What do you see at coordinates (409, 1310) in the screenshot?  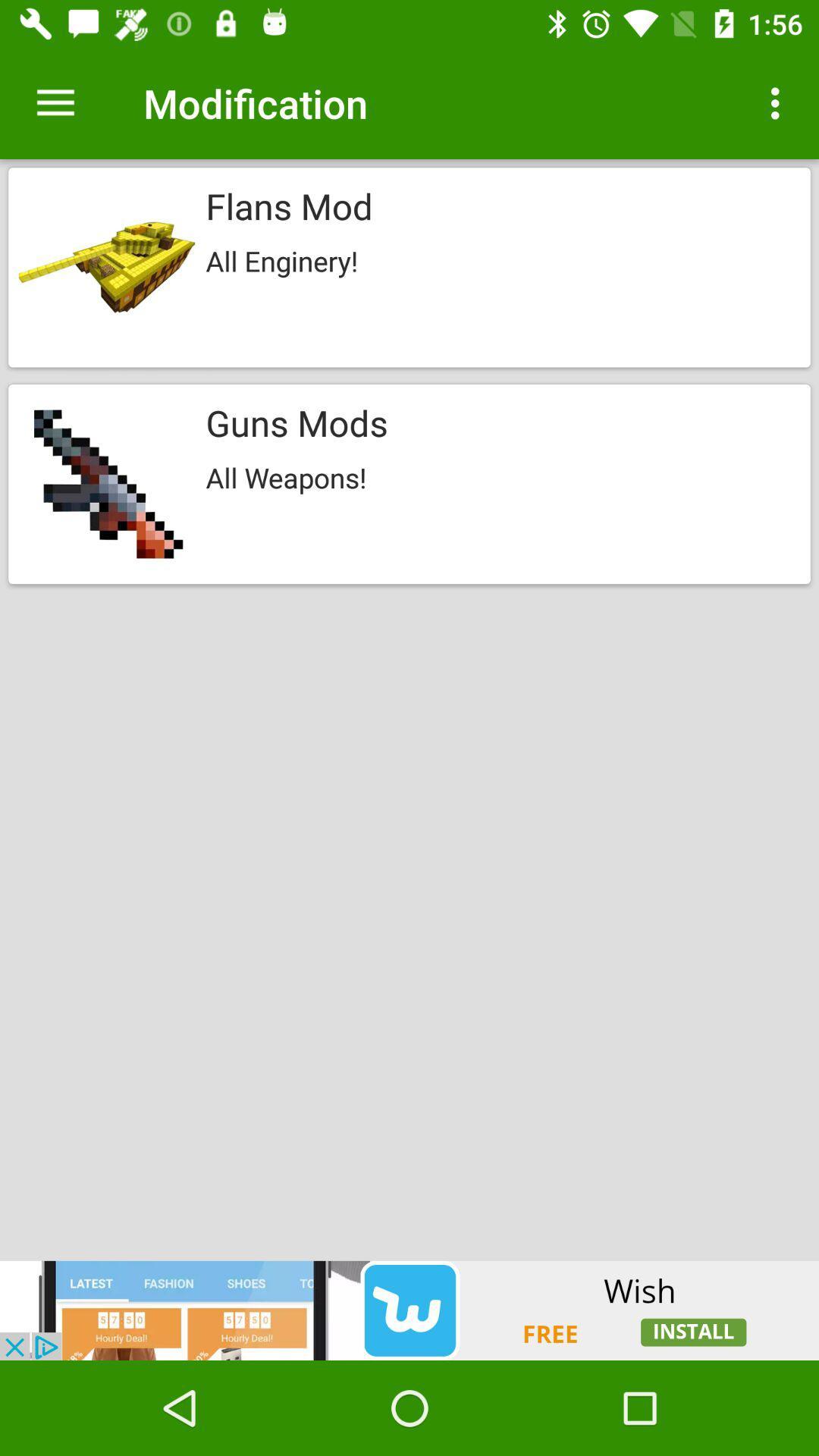 I see `advertisement` at bounding box center [409, 1310].